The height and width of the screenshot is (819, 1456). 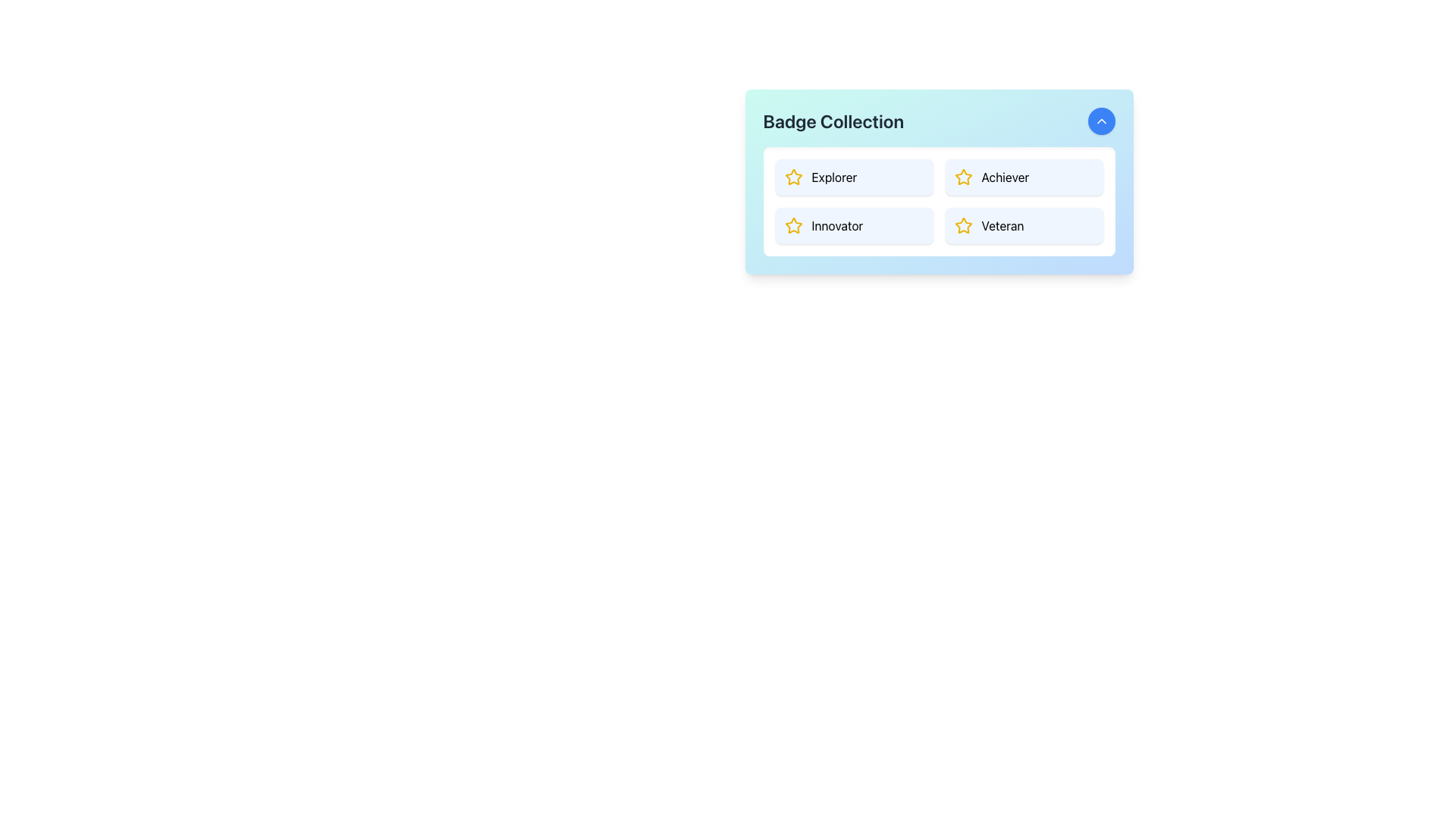 I want to click on the expand/contract icon located inside the blue circular button at the top-right corner of the 'Badge Collection' card, so click(x=1101, y=120).